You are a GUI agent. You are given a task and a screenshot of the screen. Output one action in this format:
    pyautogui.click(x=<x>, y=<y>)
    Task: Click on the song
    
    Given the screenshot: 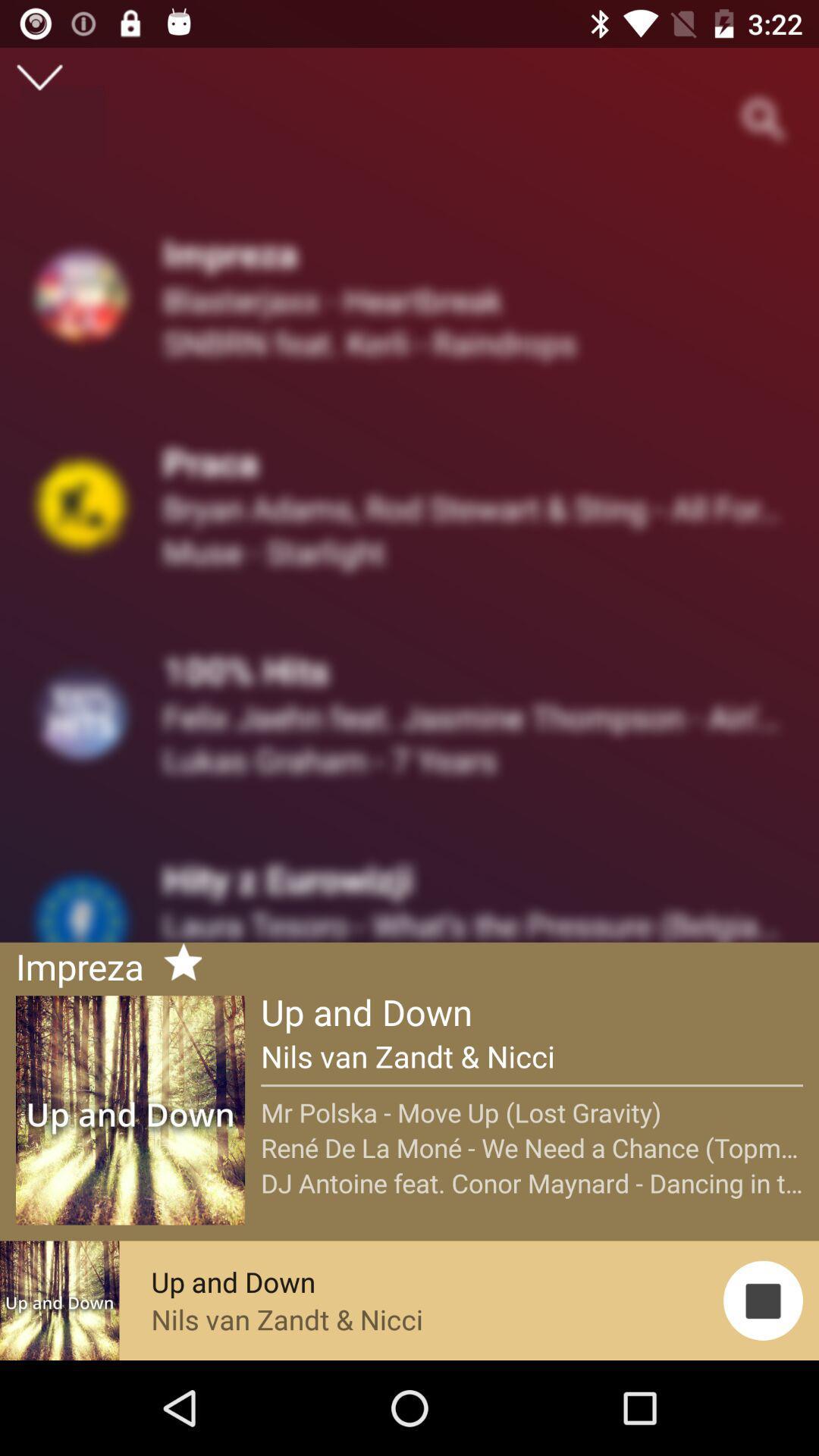 What is the action you would take?
    pyautogui.click(x=176, y=964)
    